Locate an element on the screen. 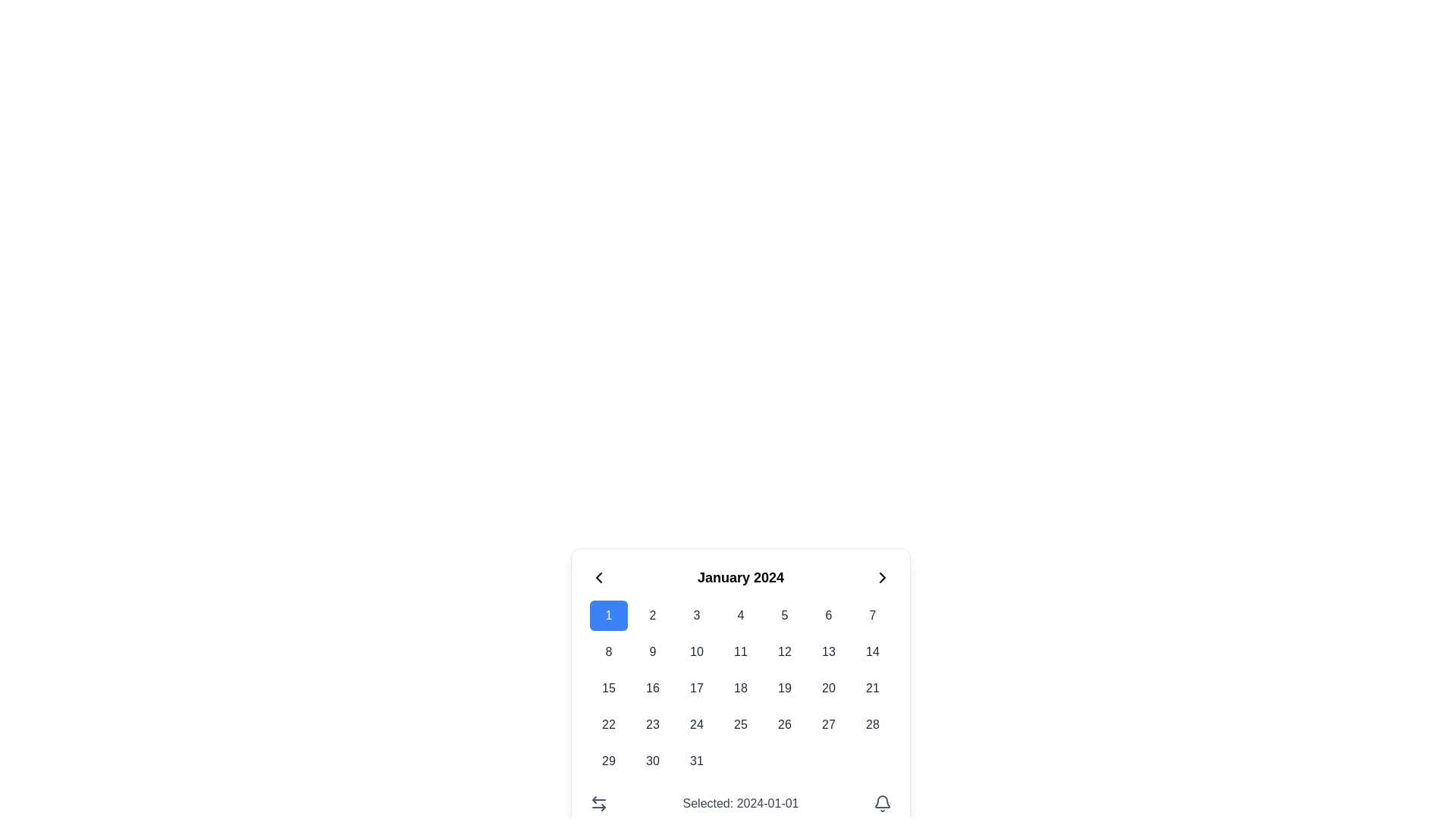  the button-like date tile representing the date '3' in the January 2024 calendar is located at coordinates (695, 616).